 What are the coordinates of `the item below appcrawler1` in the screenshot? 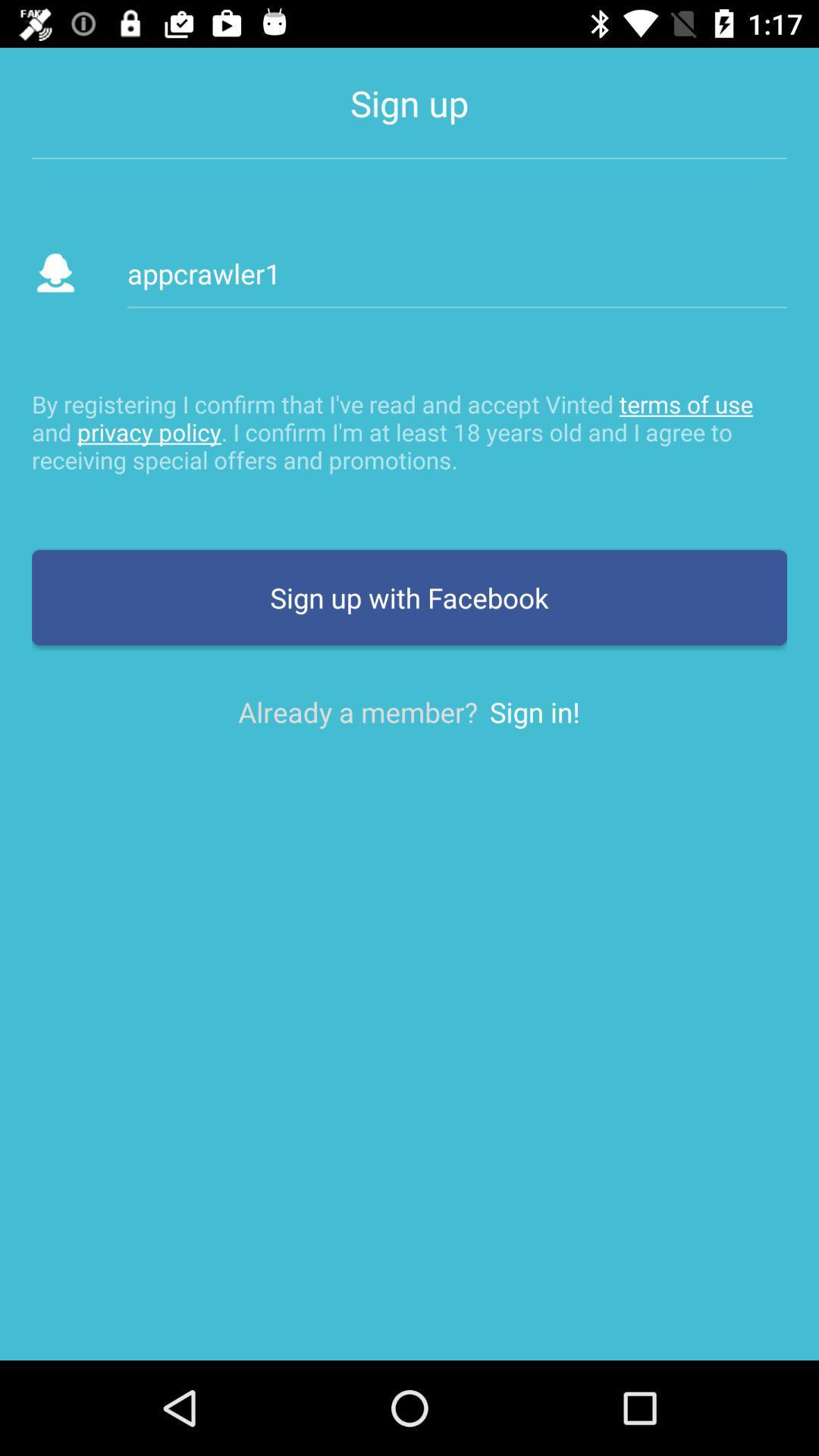 It's located at (409, 431).